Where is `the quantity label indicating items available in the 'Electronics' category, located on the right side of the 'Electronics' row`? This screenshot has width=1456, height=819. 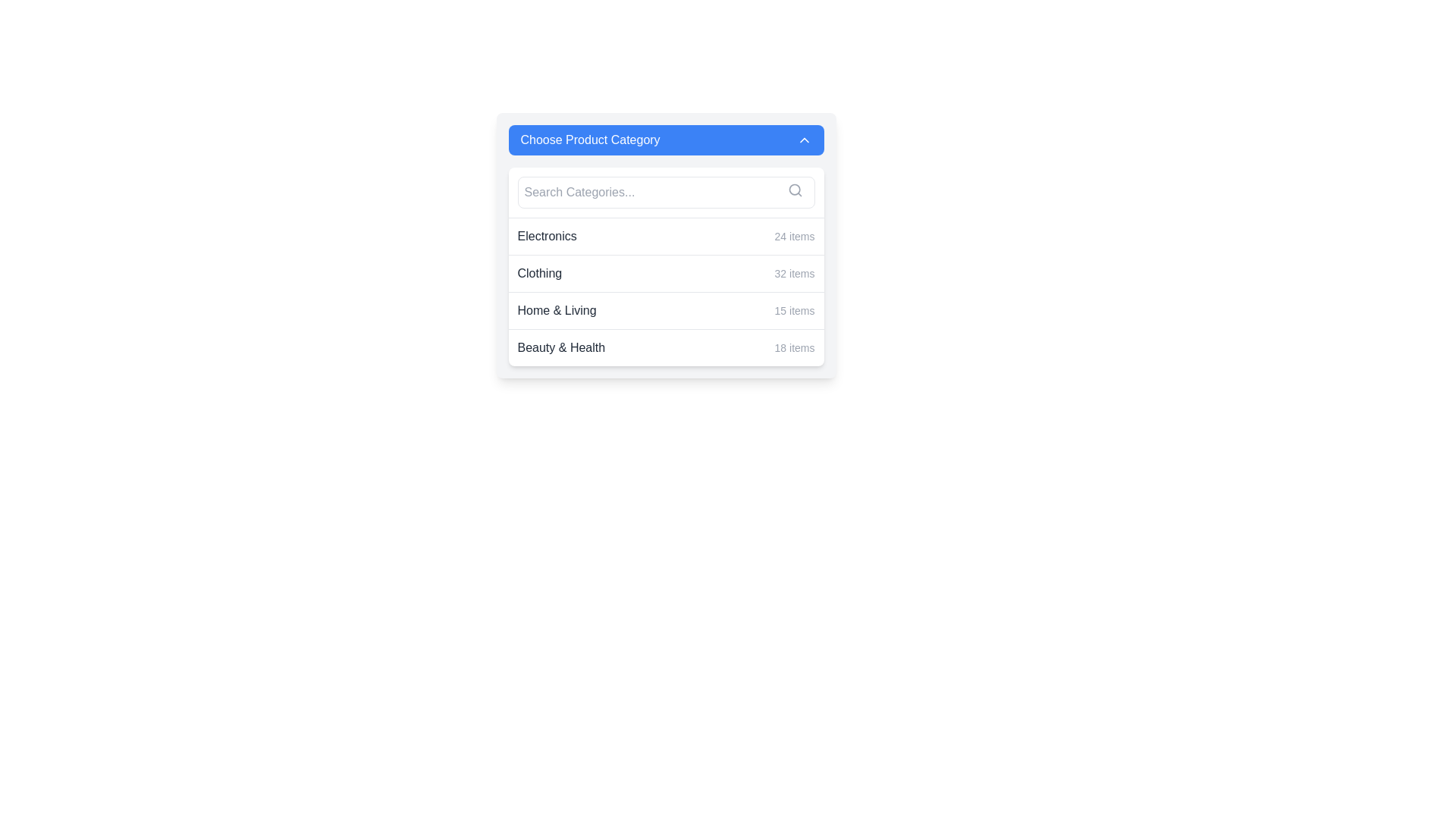
the quantity label indicating items available in the 'Electronics' category, located on the right side of the 'Electronics' row is located at coordinates (794, 237).